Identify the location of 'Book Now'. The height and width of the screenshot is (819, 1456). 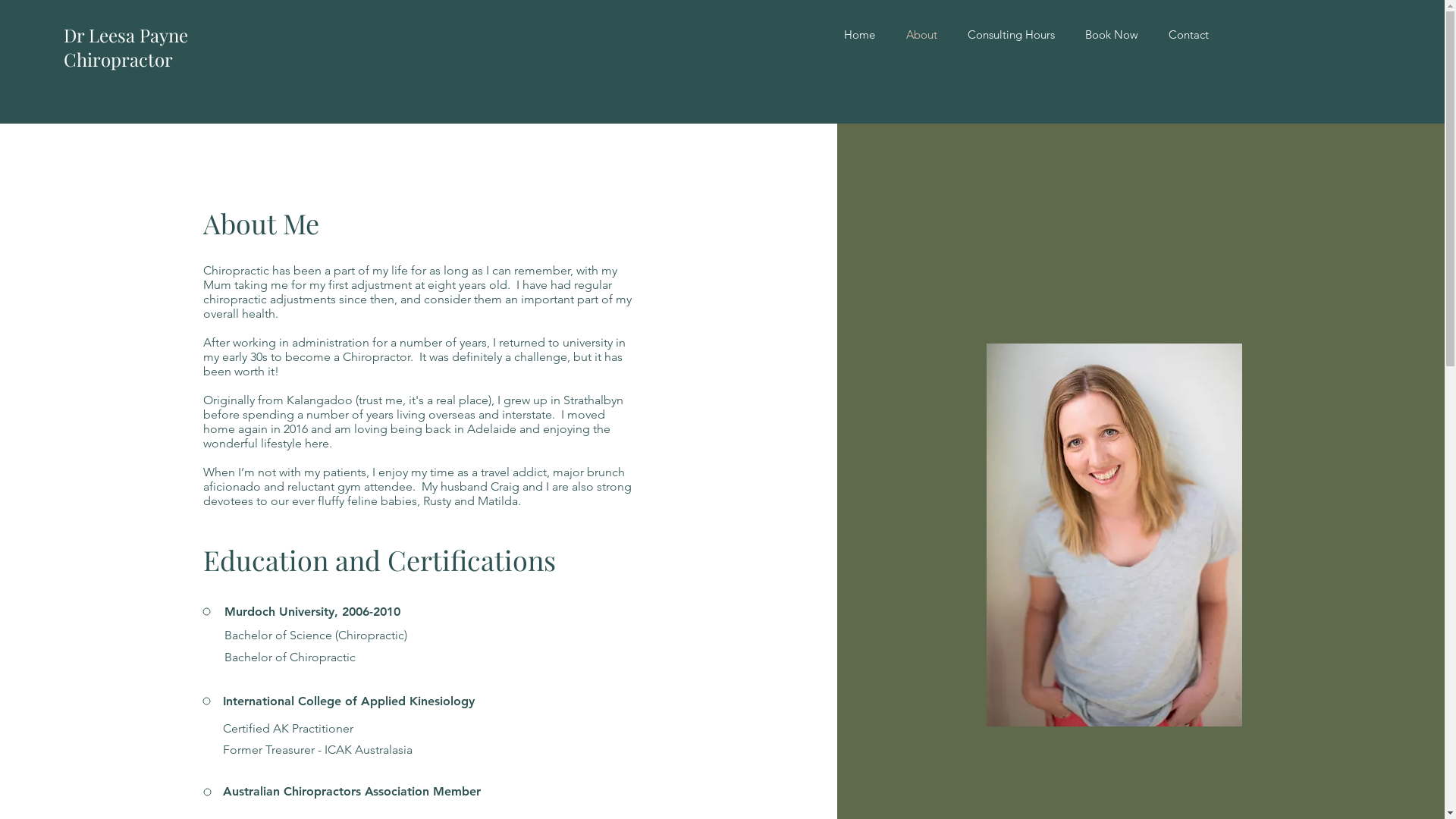
(1069, 34).